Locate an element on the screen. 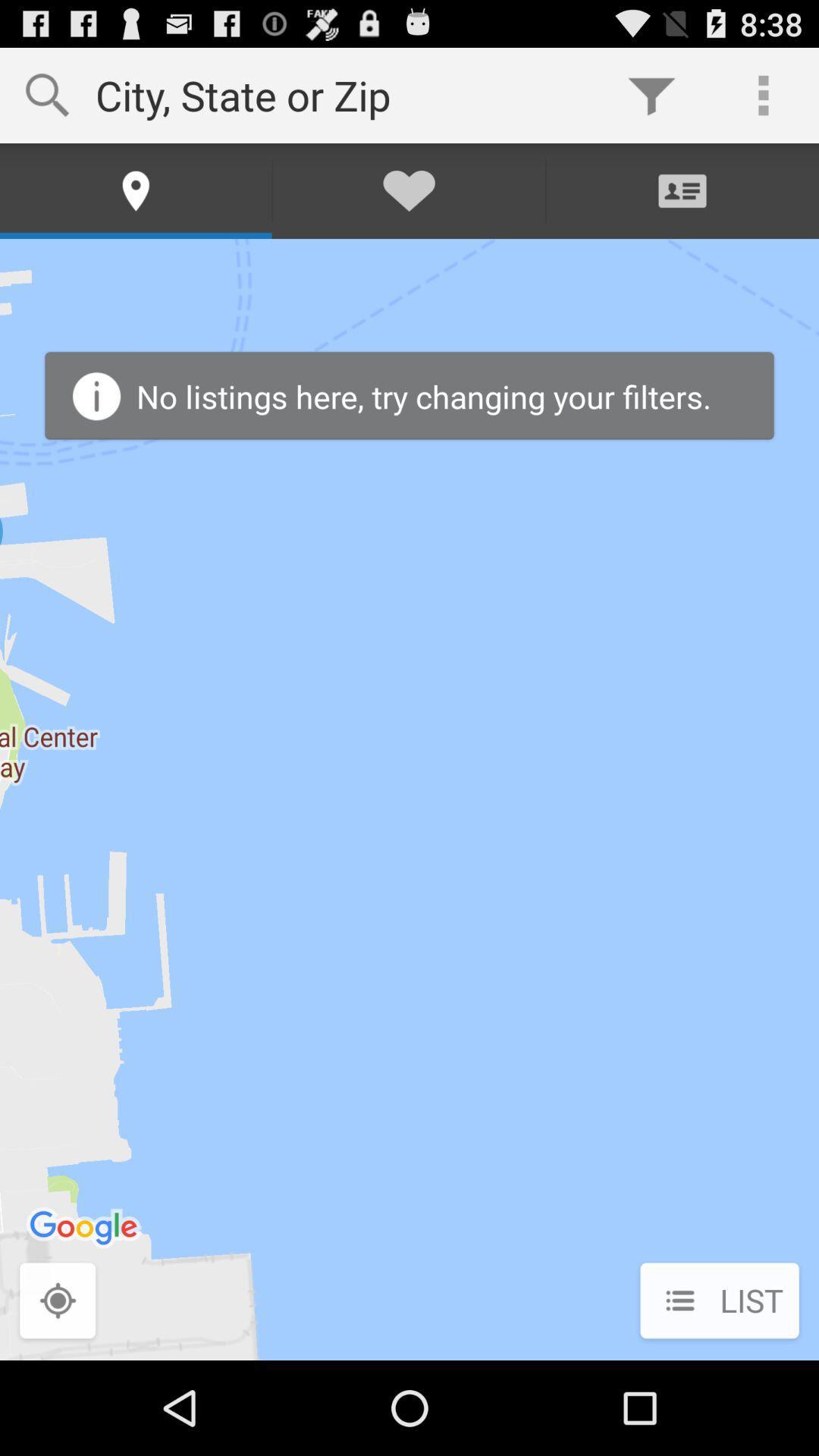 This screenshot has width=819, height=1456. list at the bottom right corner is located at coordinates (719, 1301).